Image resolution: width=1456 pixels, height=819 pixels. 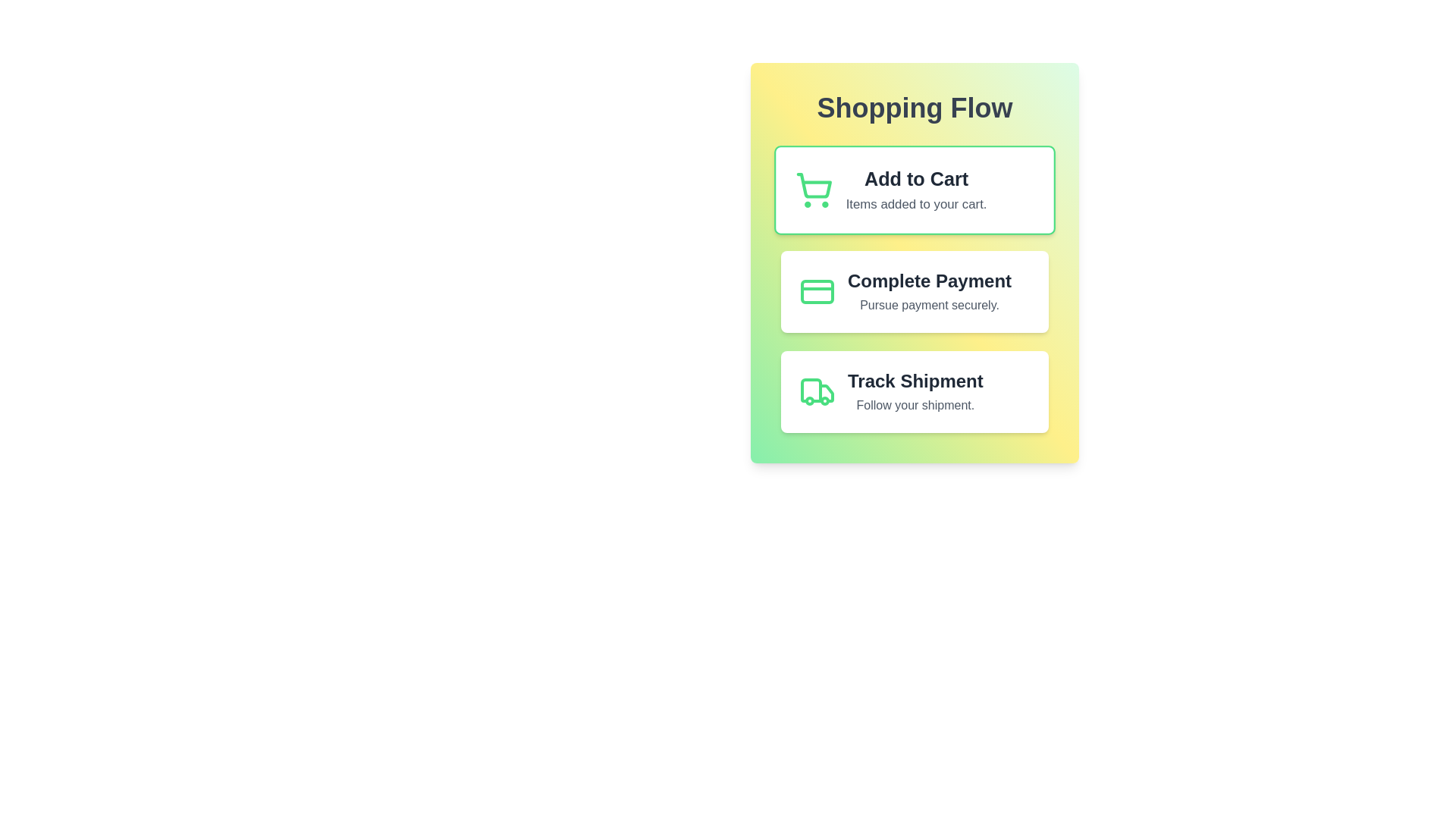 What do you see at coordinates (817, 292) in the screenshot?
I see `the icon of the step Complete Payment` at bounding box center [817, 292].